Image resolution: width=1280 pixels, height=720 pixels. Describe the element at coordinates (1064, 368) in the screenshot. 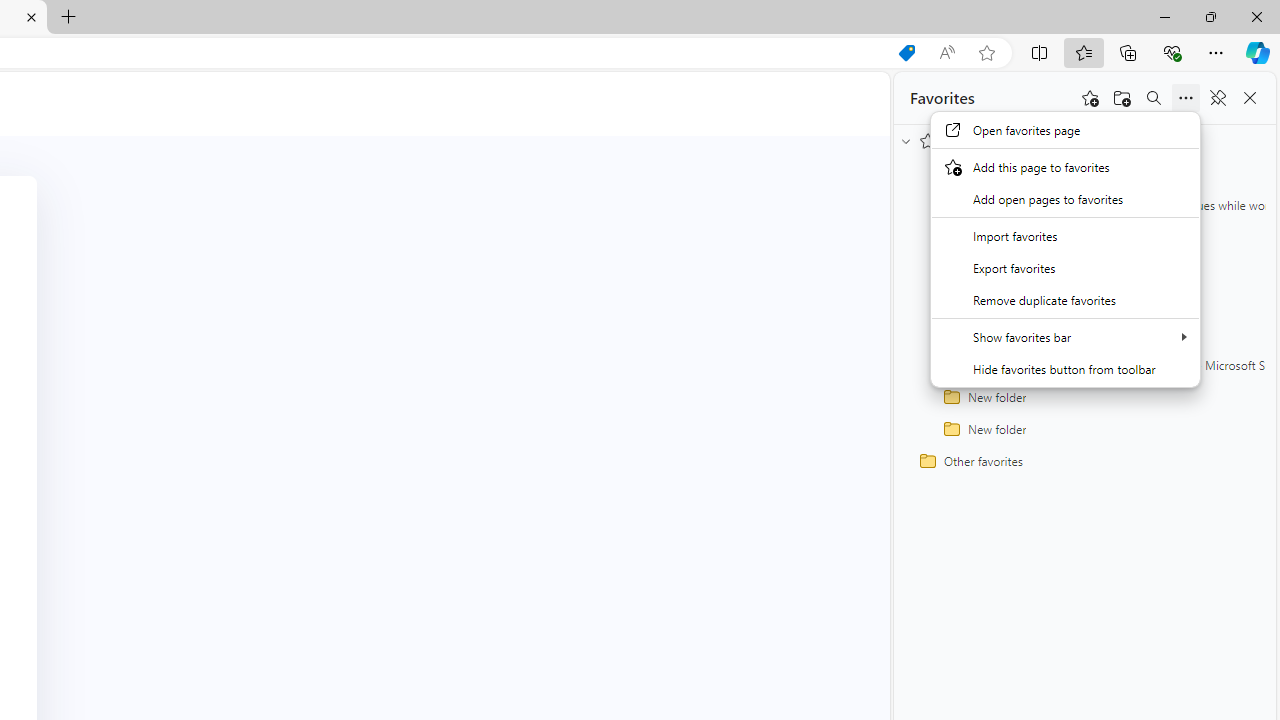

I see `'Hide favorites button from toolbar'` at that location.